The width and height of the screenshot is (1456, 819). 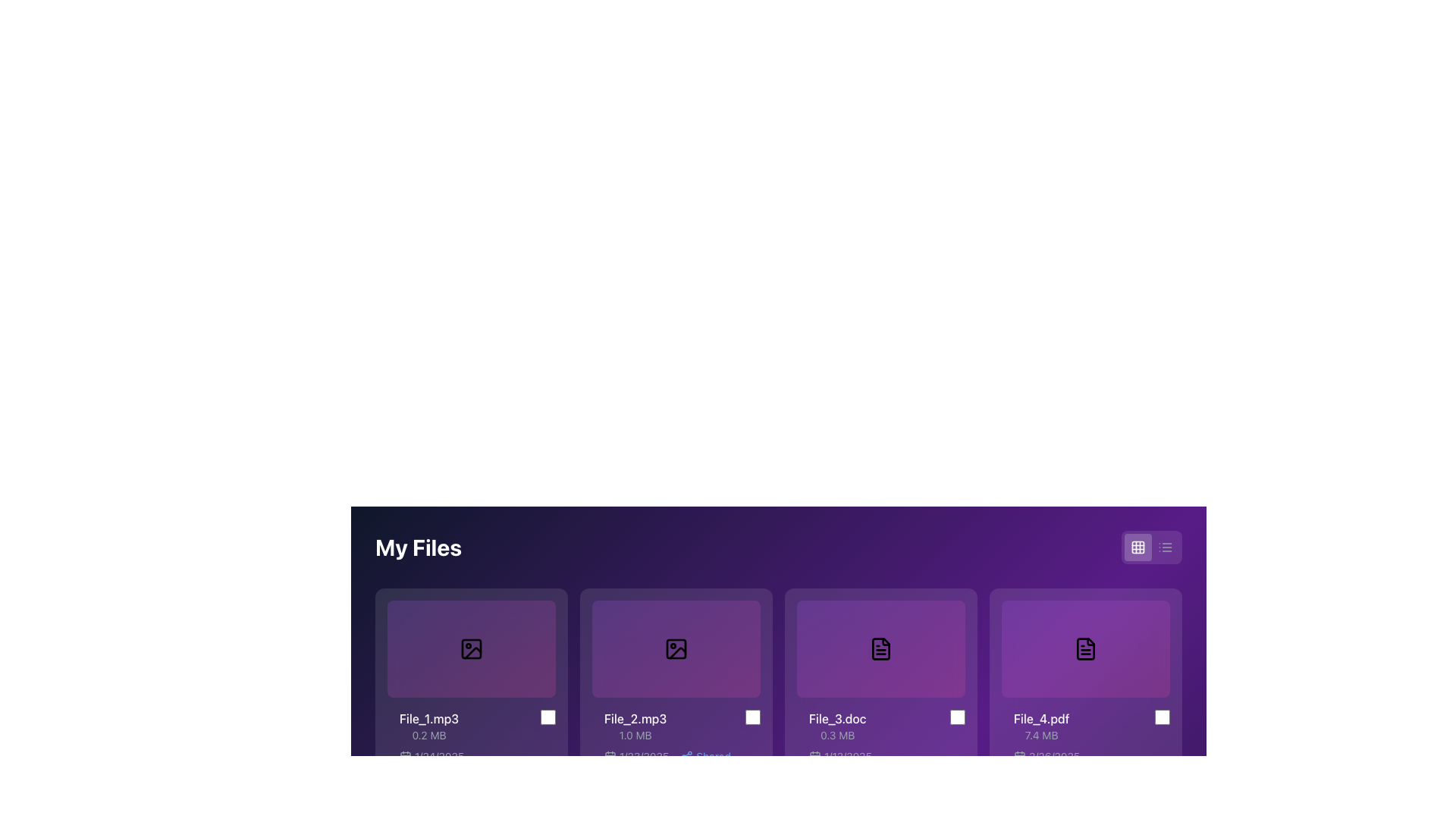 I want to click on the SVG icon representing the image placeholder for 'File_2.mp3', which is located on the second card in a horizontal list of files with a purple background, so click(x=676, y=648).